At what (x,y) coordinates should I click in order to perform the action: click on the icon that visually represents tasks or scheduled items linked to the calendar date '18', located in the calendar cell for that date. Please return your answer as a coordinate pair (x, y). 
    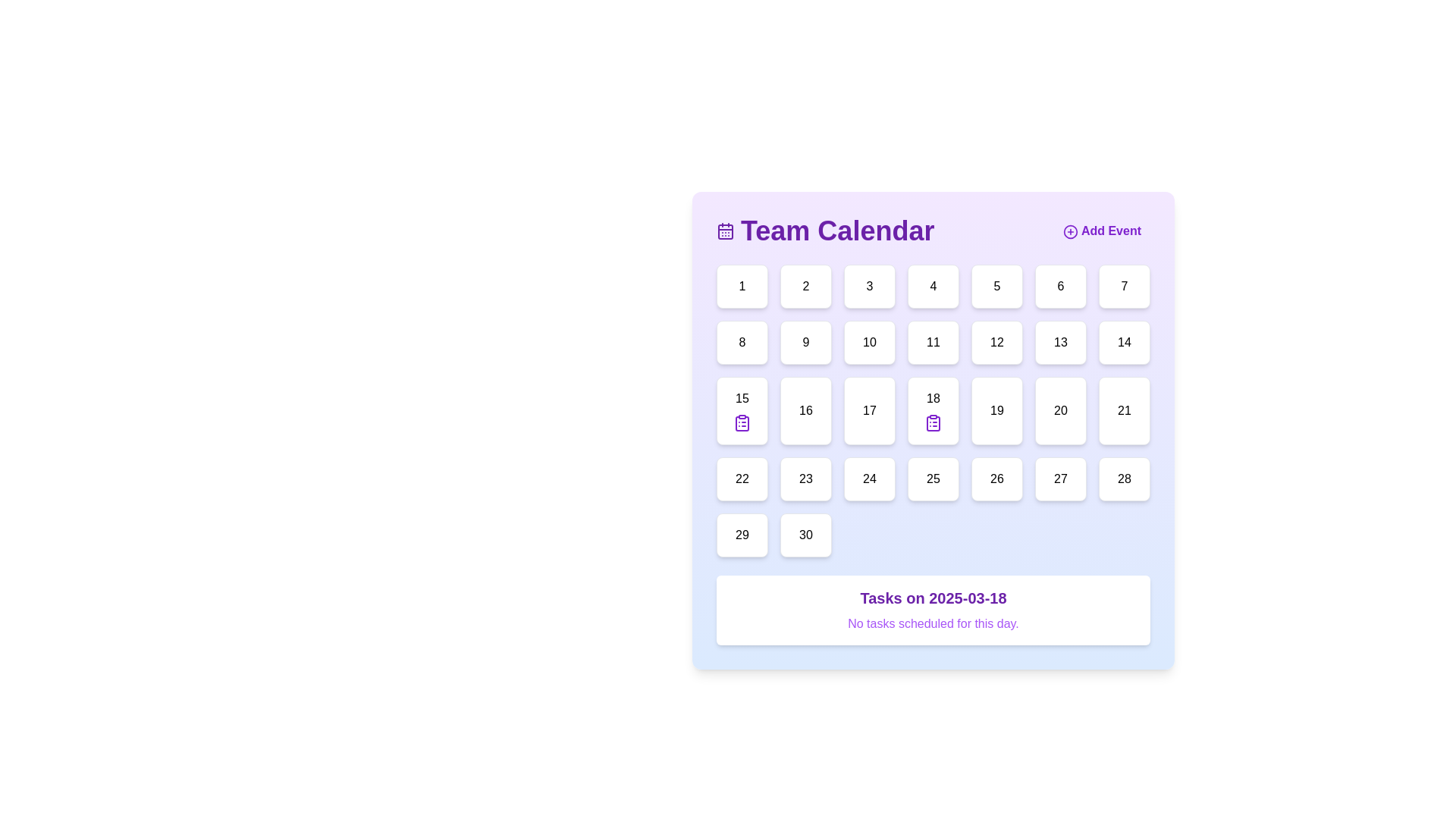
    Looking at the image, I should click on (932, 423).